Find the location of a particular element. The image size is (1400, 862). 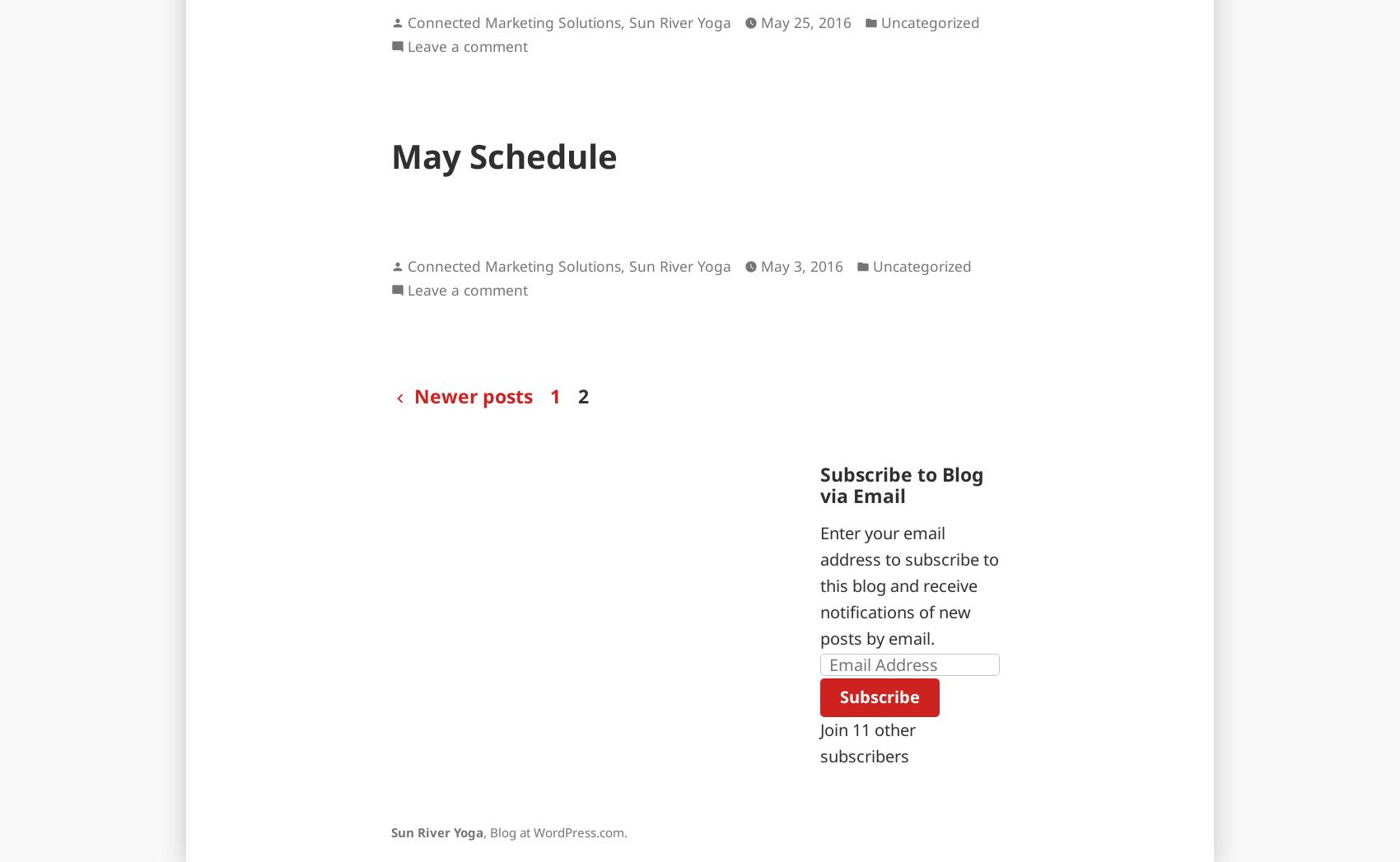

'May 25, 2016' is located at coordinates (805, 21).